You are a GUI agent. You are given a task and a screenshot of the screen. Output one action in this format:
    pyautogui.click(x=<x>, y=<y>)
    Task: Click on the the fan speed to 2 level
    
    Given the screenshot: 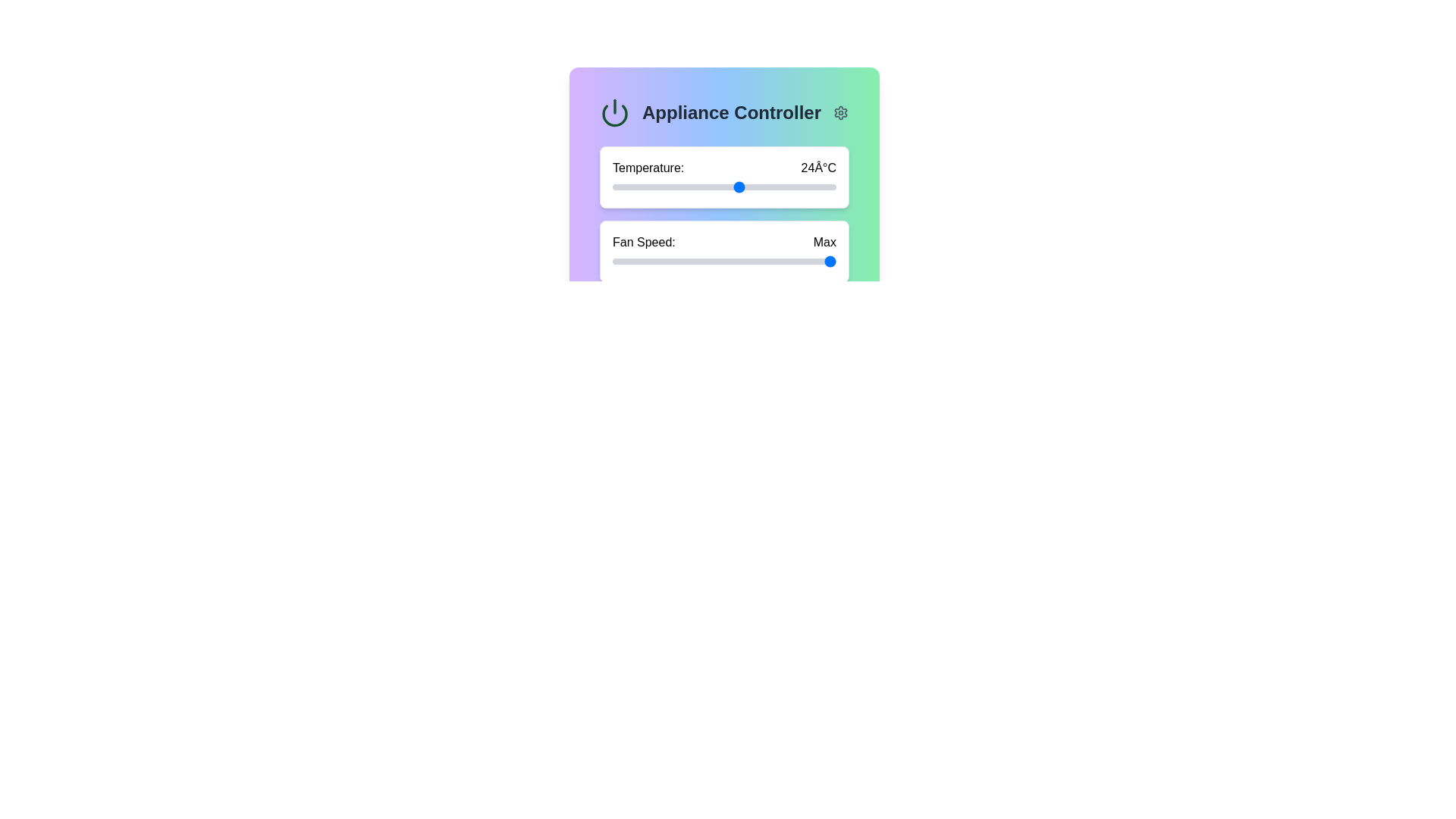 What is the action you would take?
    pyautogui.click(x=761, y=260)
    